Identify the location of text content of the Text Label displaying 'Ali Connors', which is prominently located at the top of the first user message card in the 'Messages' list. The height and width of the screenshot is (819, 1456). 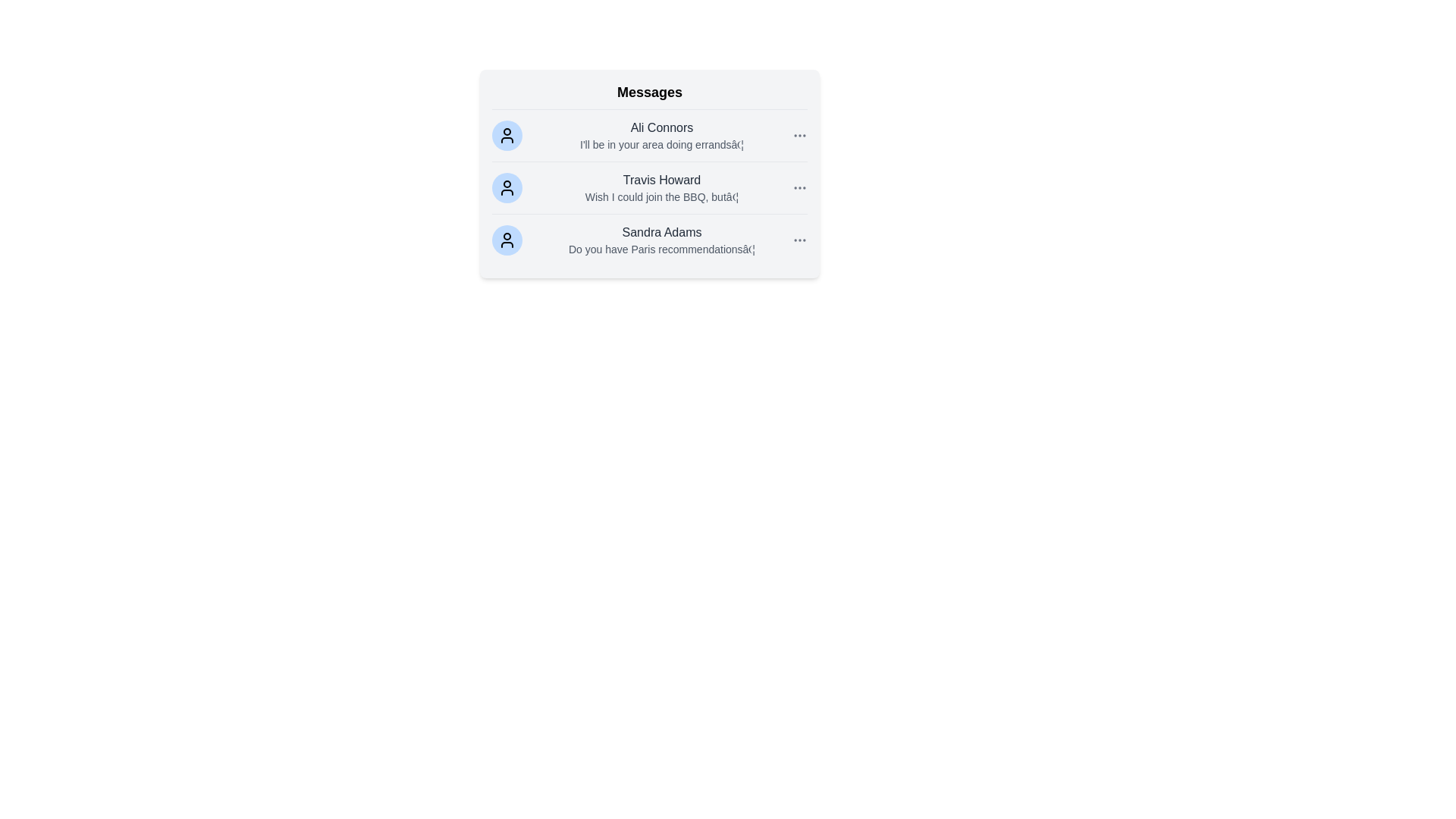
(662, 127).